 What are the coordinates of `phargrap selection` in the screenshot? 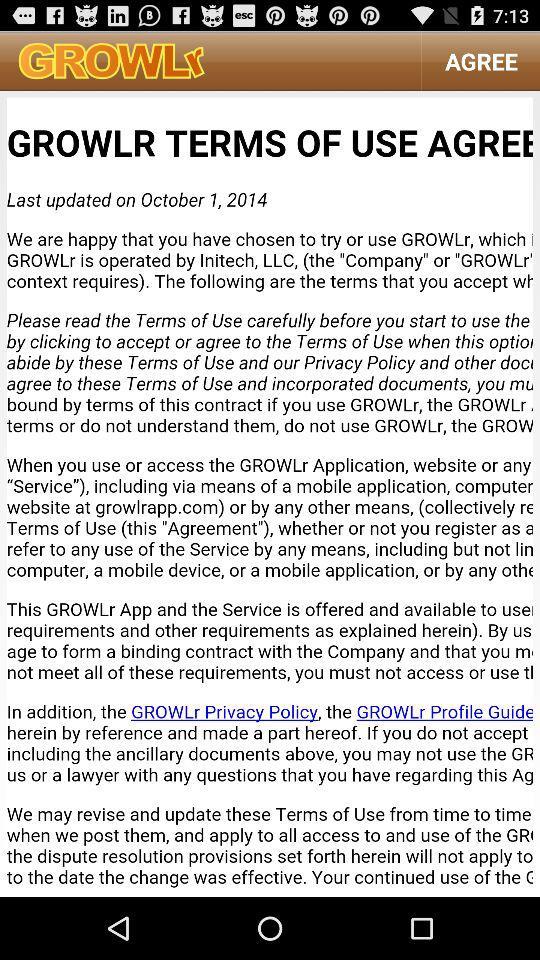 It's located at (270, 492).